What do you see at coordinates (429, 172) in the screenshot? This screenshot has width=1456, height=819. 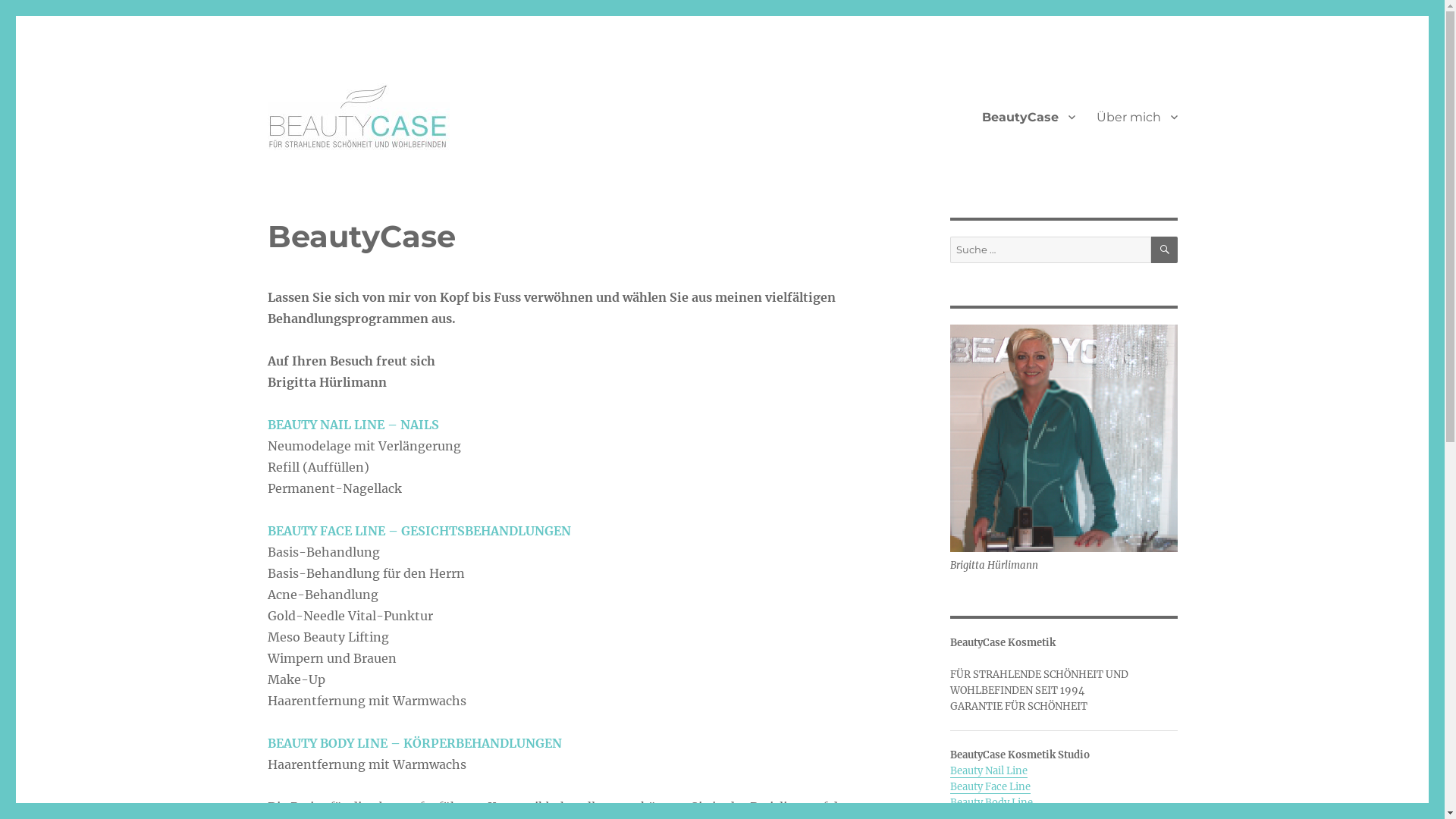 I see `'Beauty Case Kosmetik Studio'` at bounding box center [429, 172].